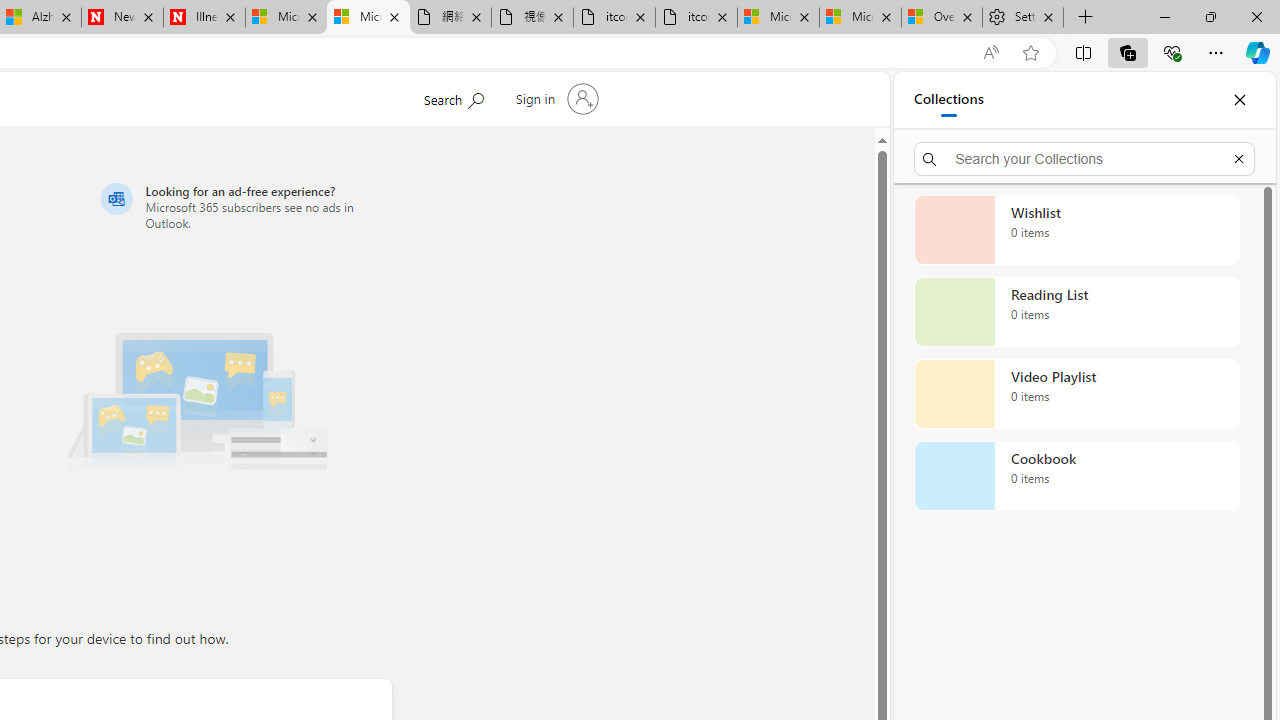 The image size is (1280, 720). Describe the element at coordinates (1076, 229) in the screenshot. I see `'Wishlist collection, 0 items'` at that location.